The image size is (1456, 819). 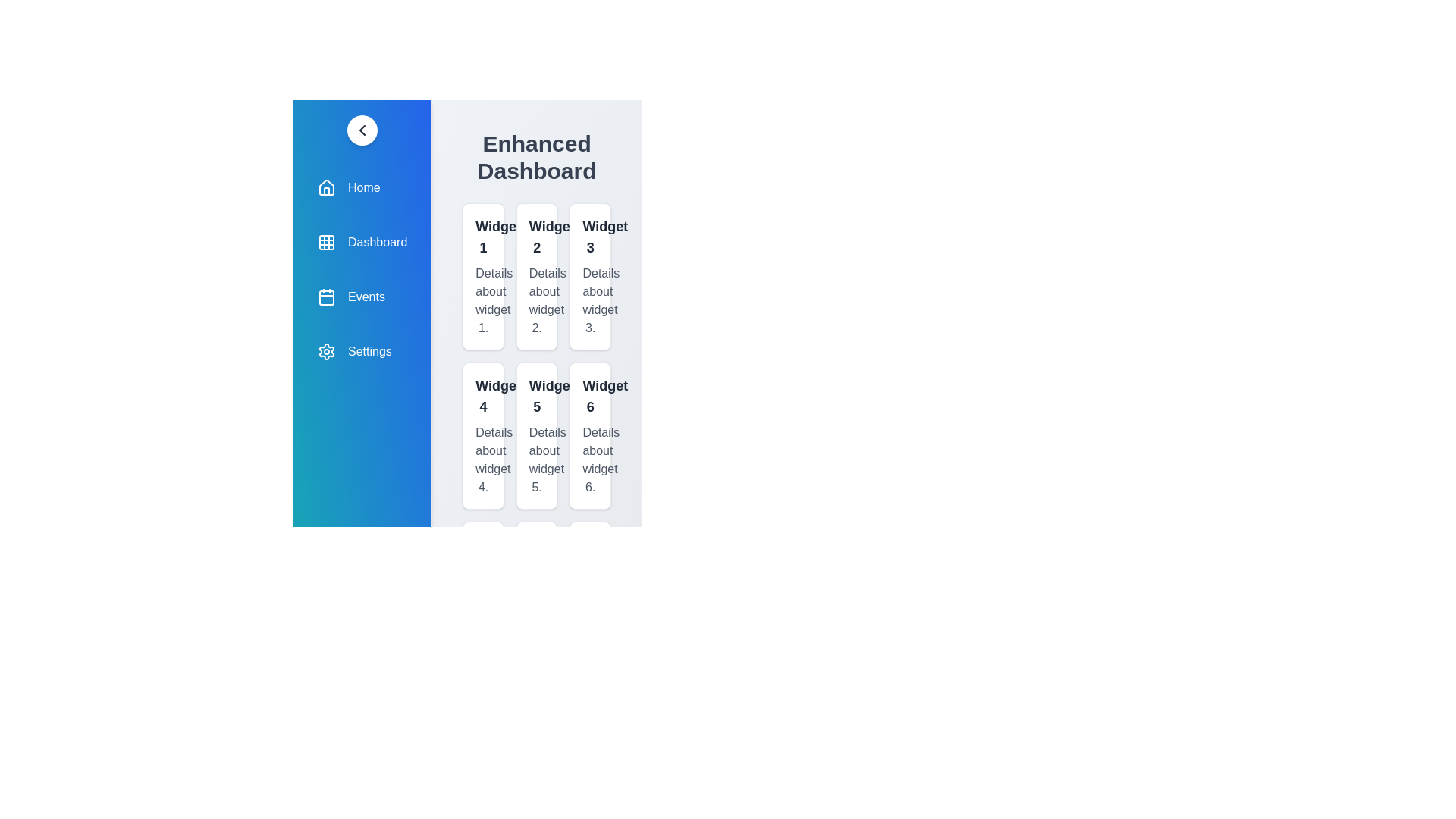 I want to click on the navigation item labeled Home to navigate to that section, so click(x=362, y=187).